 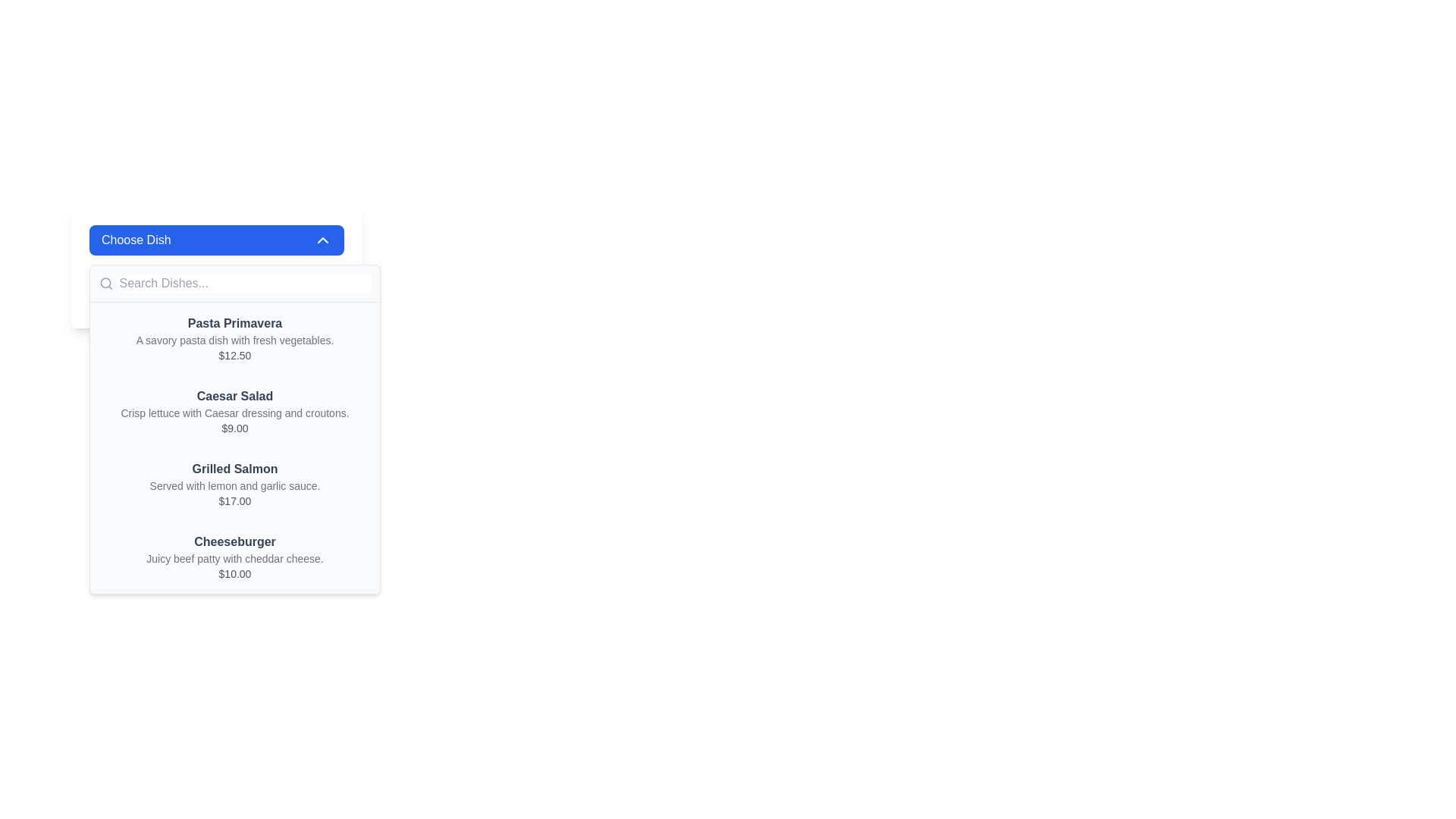 I want to click on the bold text label 'Caesar Salad' which is styled in dark grey and is the second item in the menu options under the 'Choose Dish' header, so click(x=234, y=396).